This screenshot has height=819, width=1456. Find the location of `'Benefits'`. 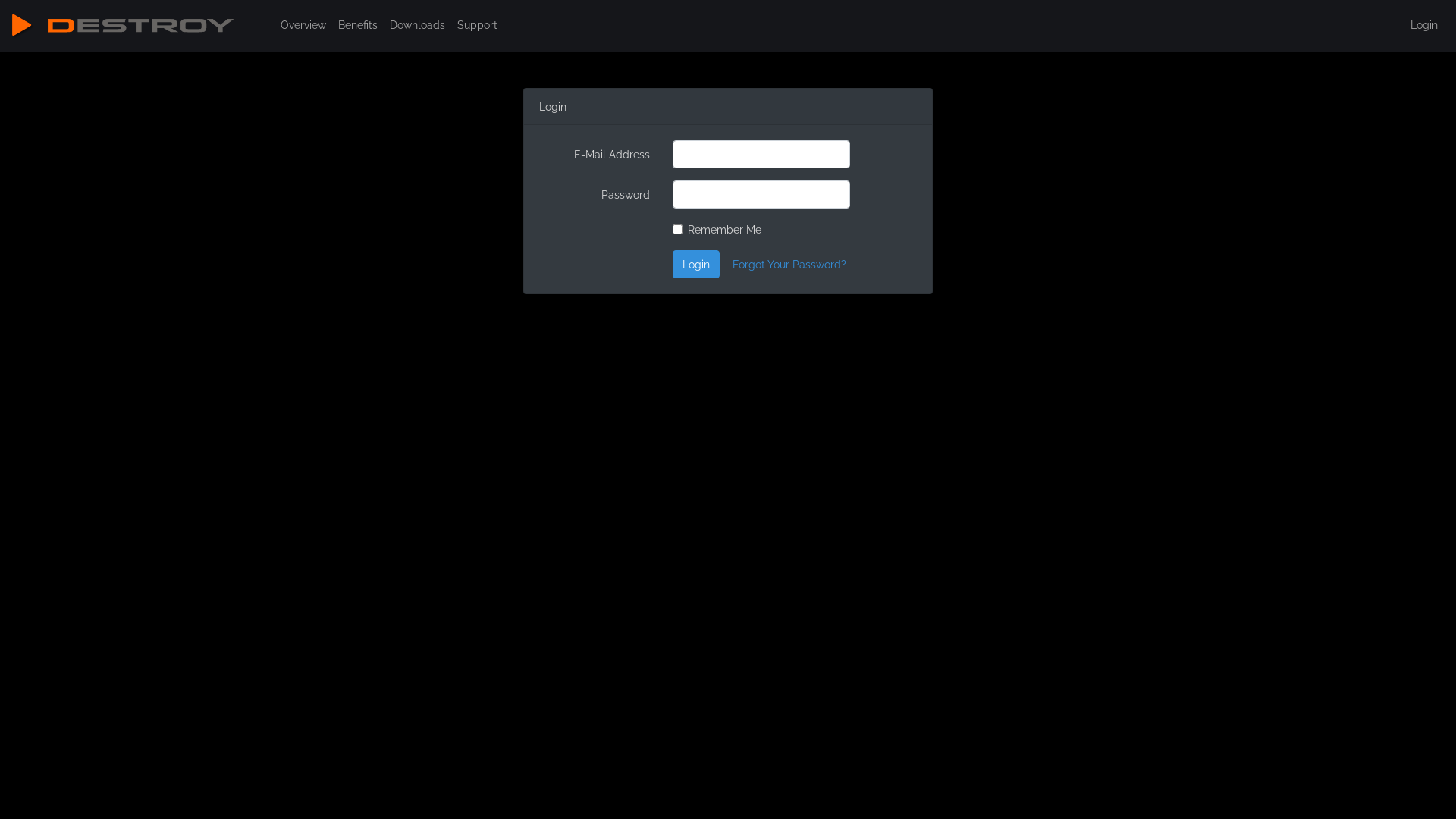

'Benefits' is located at coordinates (356, 24).